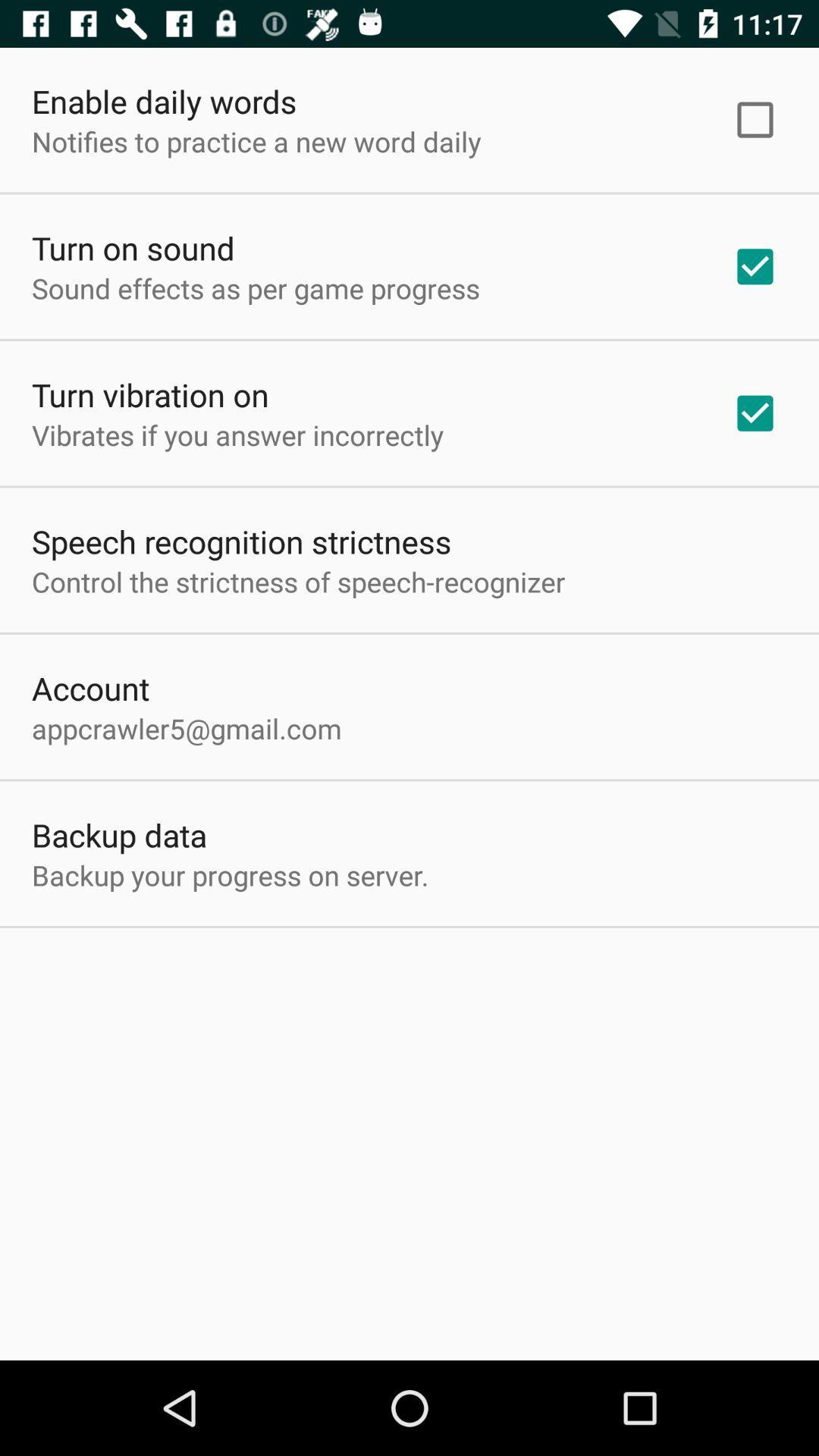 Image resolution: width=819 pixels, height=1456 pixels. What do you see at coordinates (256, 141) in the screenshot?
I see `the item above the turn on sound item` at bounding box center [256, 141].